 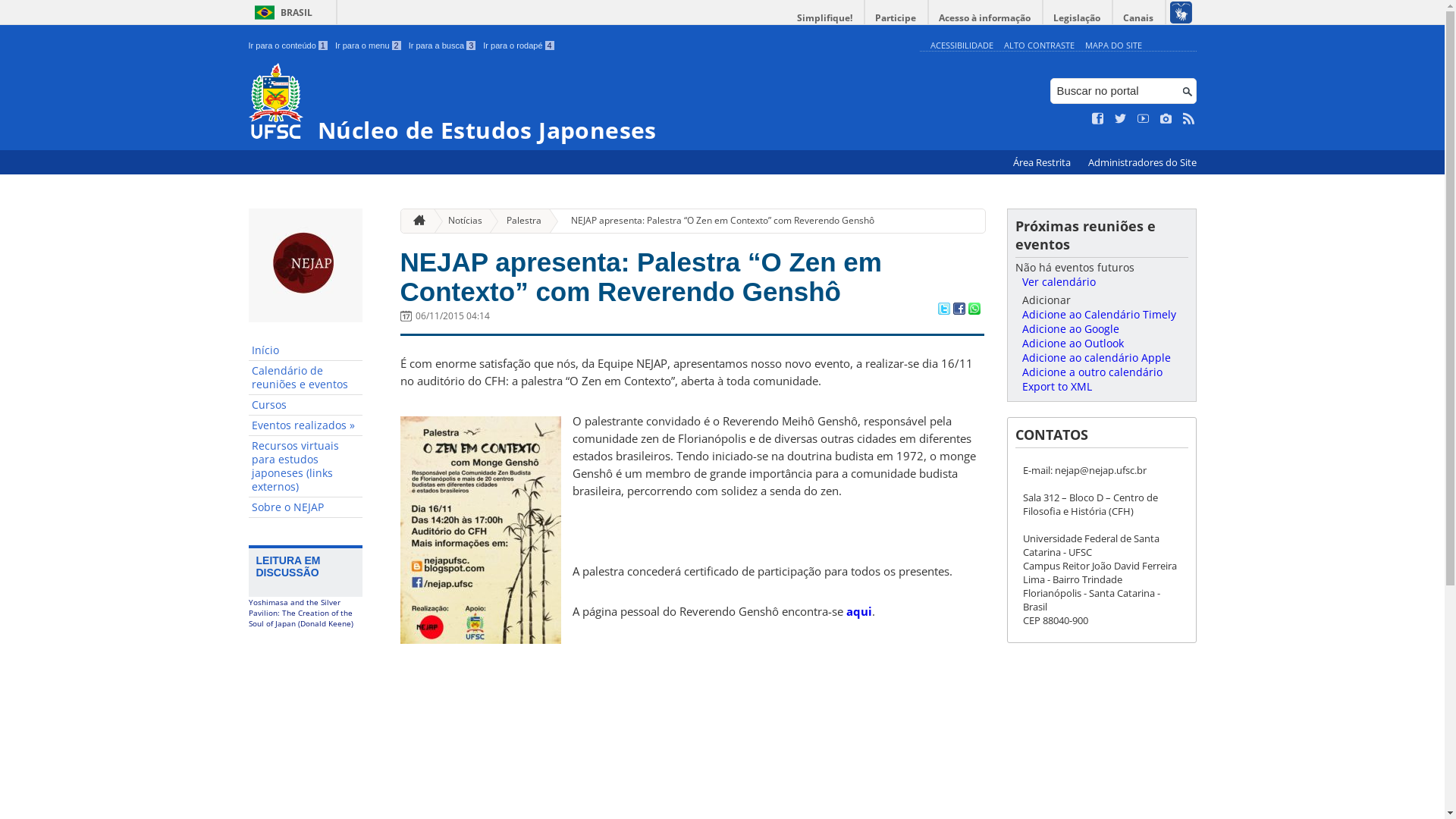 I want to click on 'Siga no Twitter', so click(x=1121, y=118).